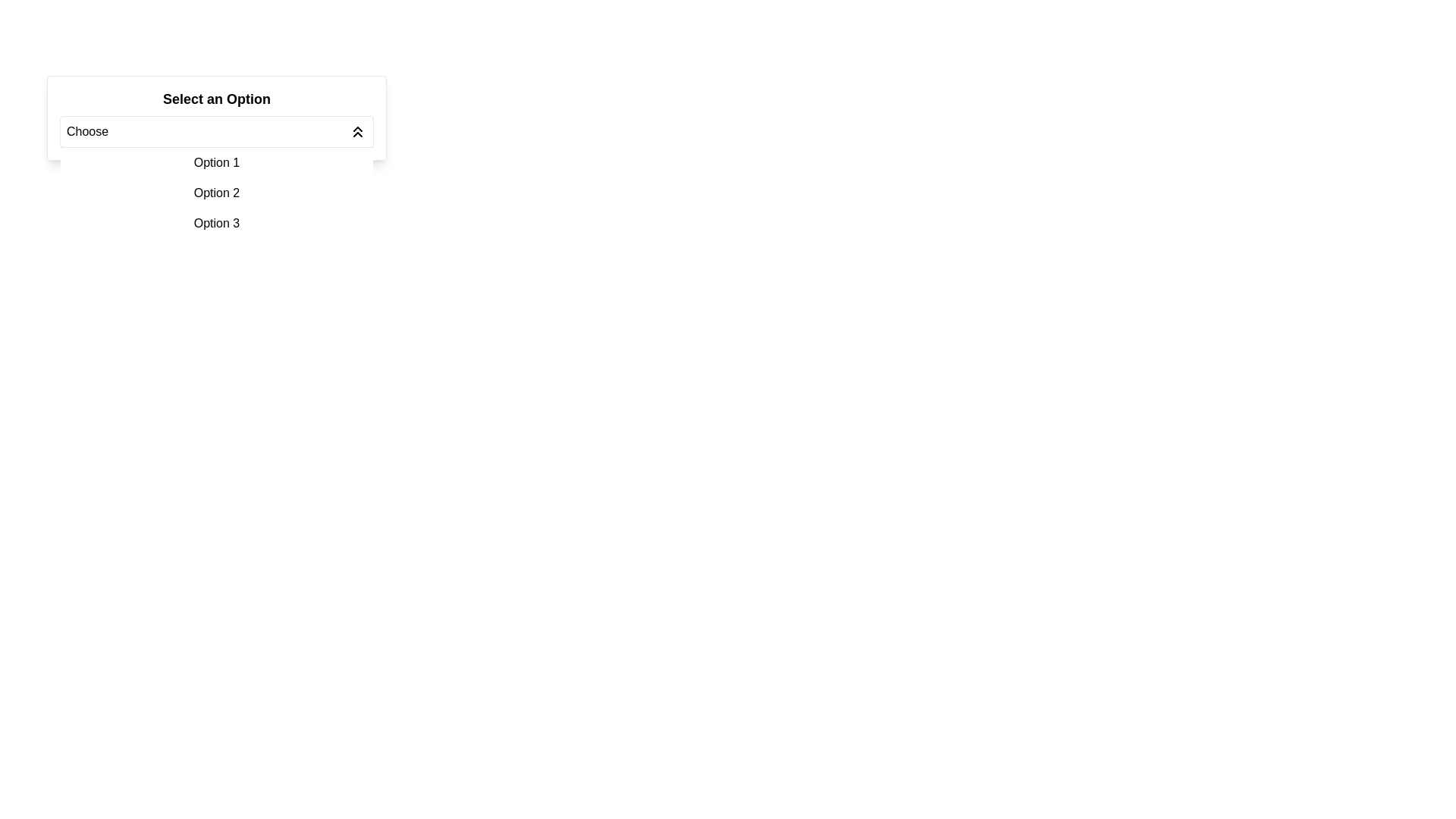 This screenshot has height=819, width=1456. I want to click on an option in the dropdown menu located beneath the 'Choose' label to make a selection, so click(216, 192).